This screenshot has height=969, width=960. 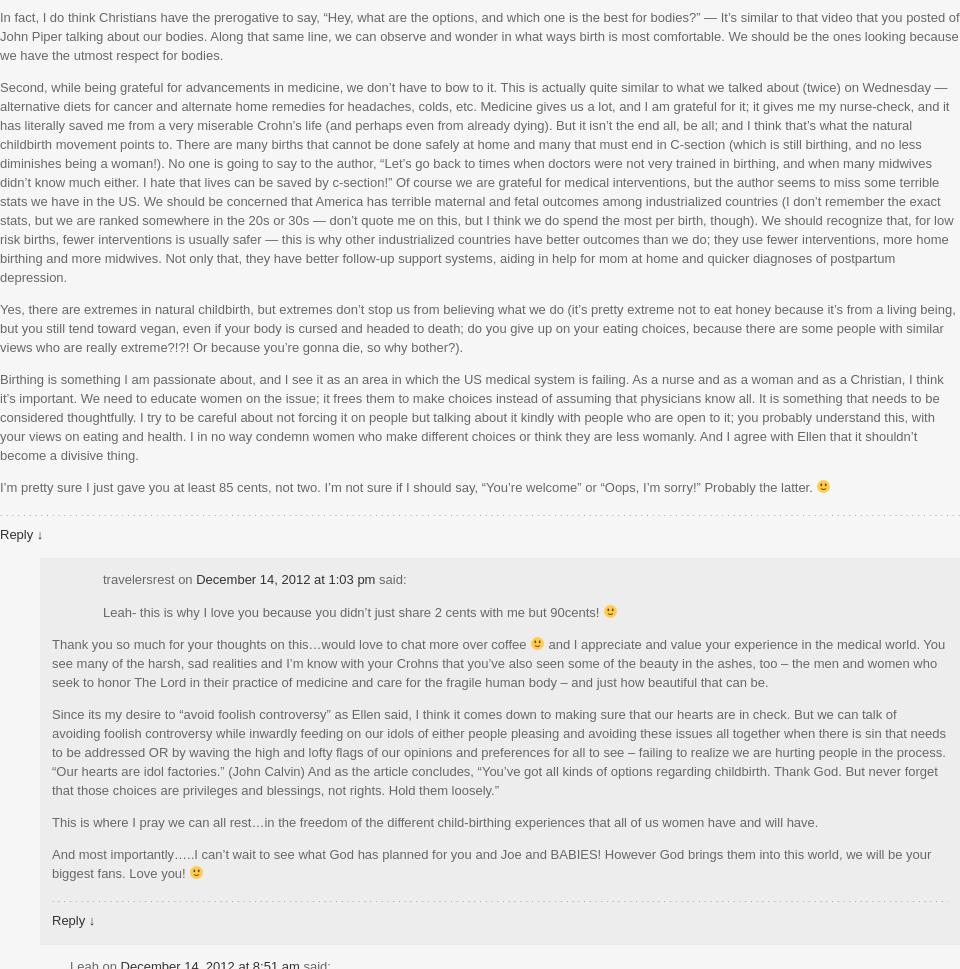 What do you see at coordinates (289, 643) in the screenshot?
I see `'Thank you so much for your thoughts on this…would love to chat more over coffee'` at bounding box center [289, 643].